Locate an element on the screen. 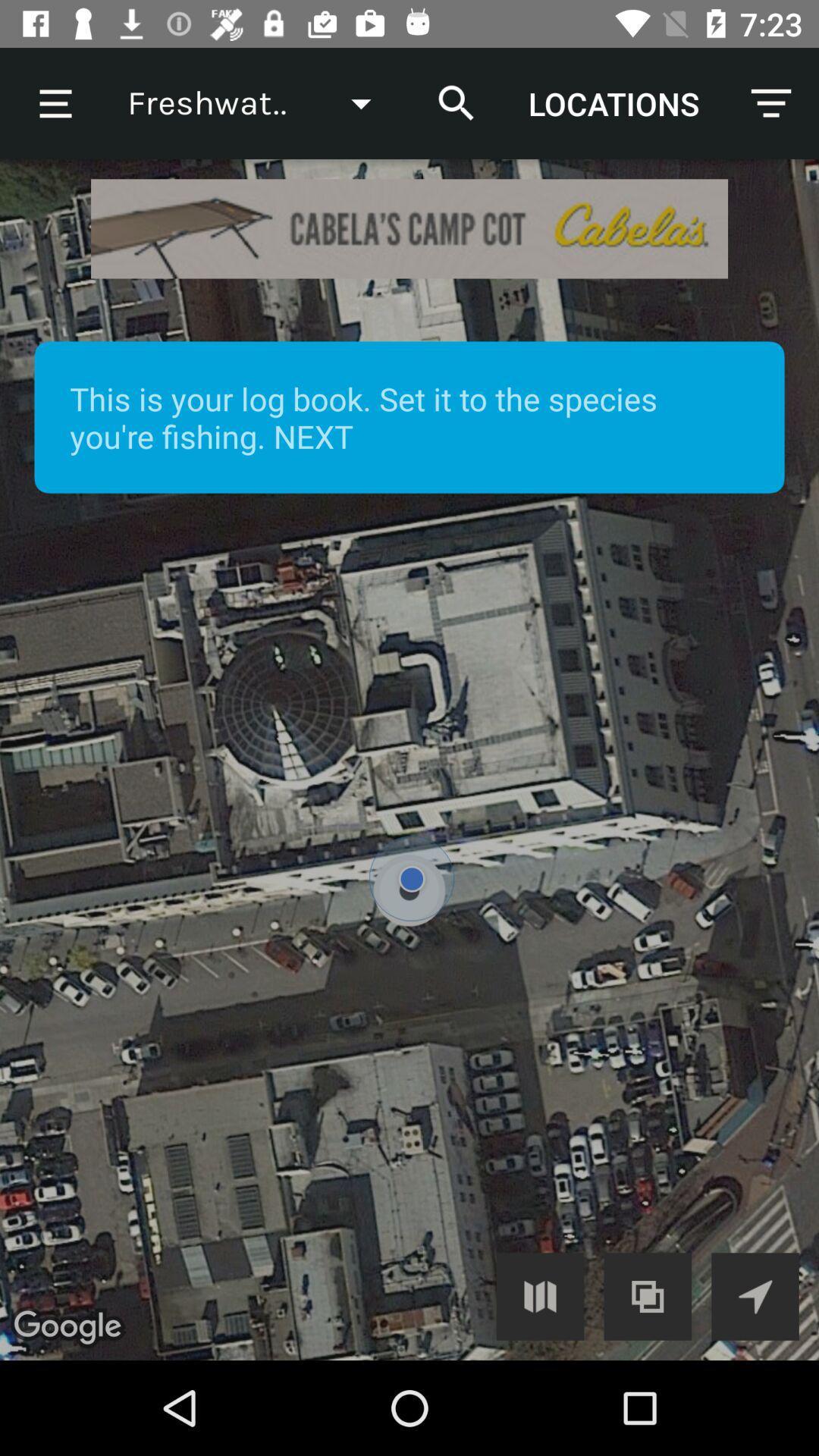  photos is located at coordinates (648, 1295).